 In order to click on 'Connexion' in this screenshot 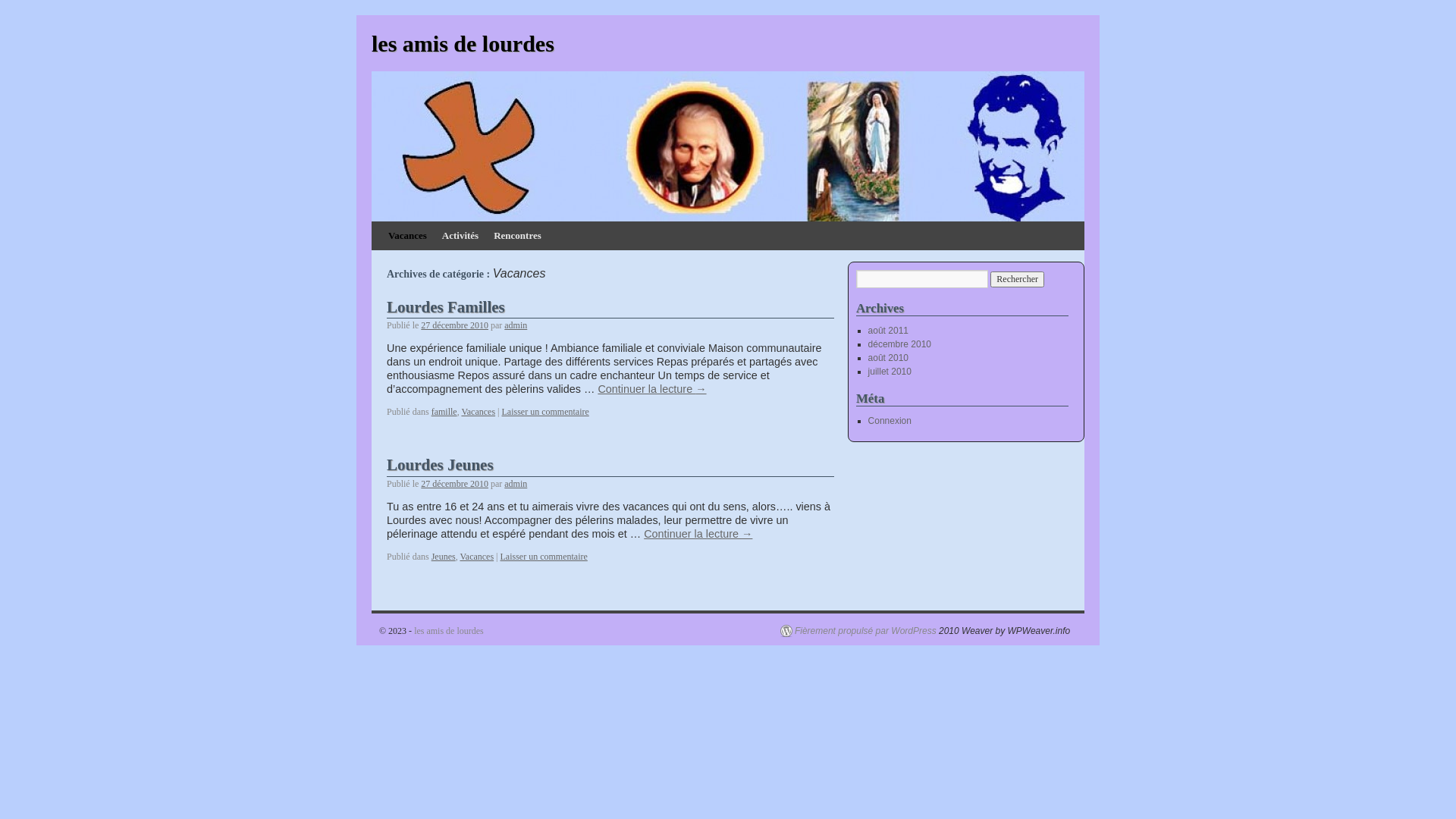, I will do `click(890, 421)`.